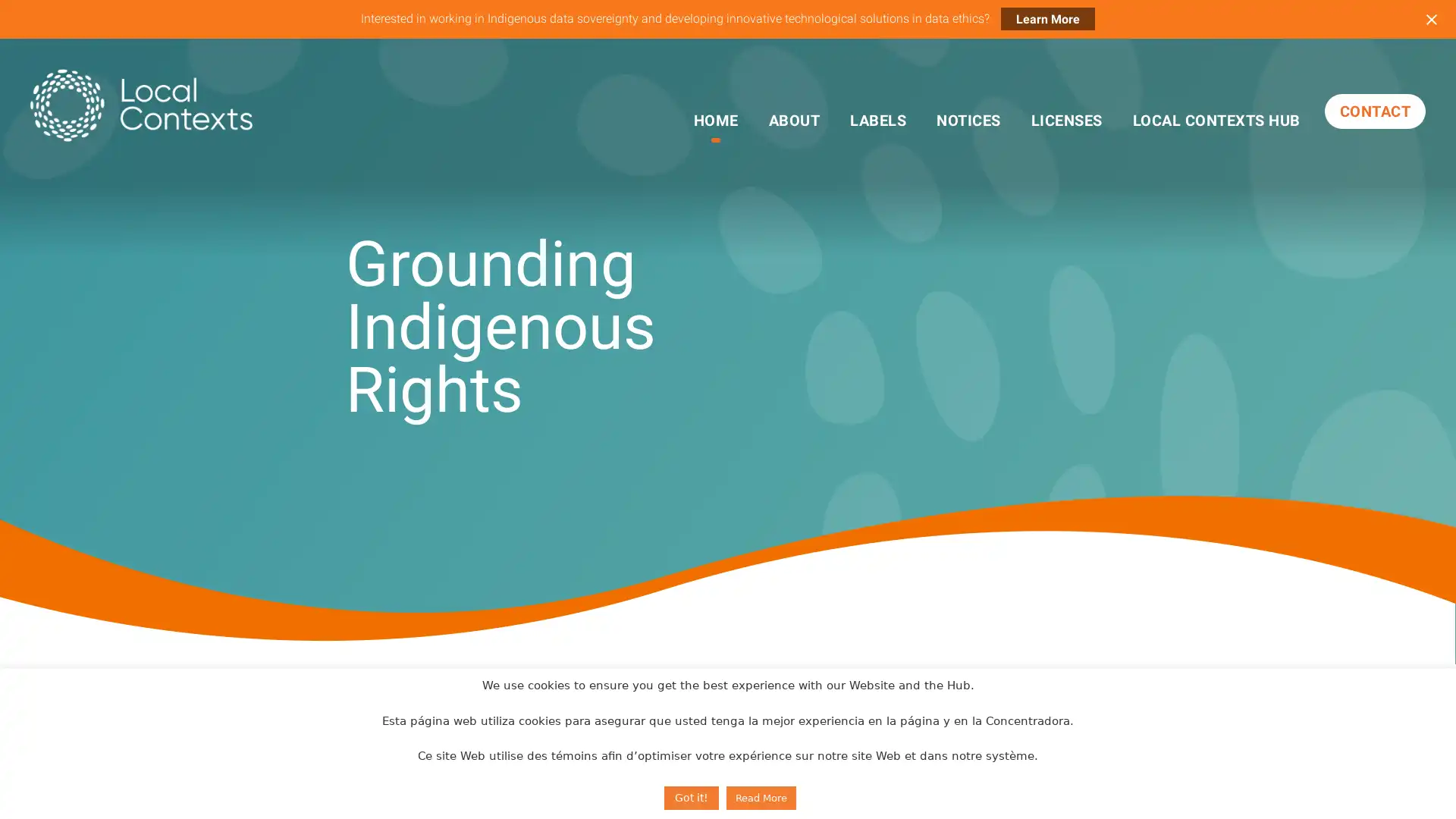 This screenshot has height=819, width=1456. What do you see at coordinates (690, 797) in the screenshot?
I see `Got it!` at bounding box center [690, 797].